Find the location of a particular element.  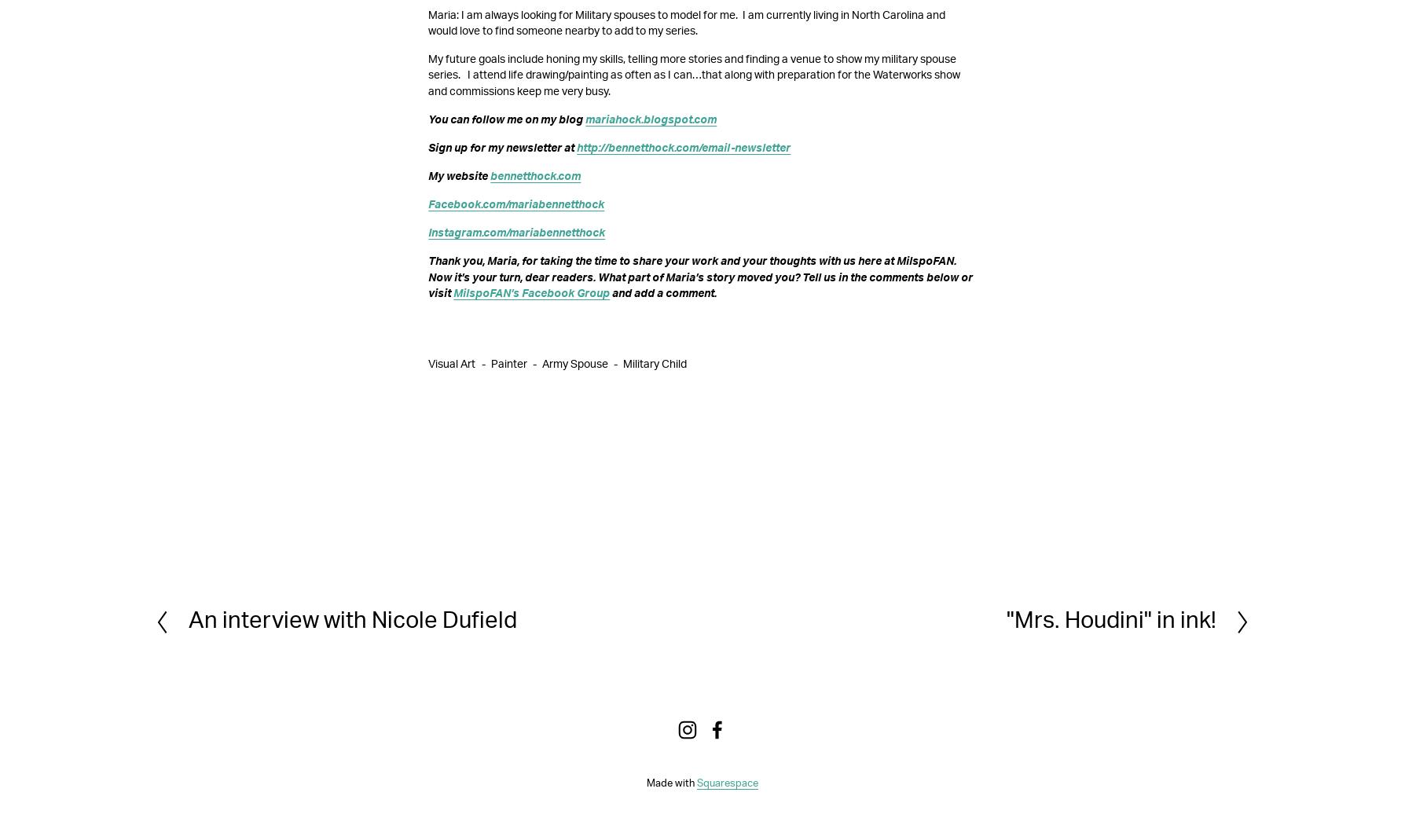

'http://bennetthock.com/email-newsletter' is located at coordinates (683, 147).